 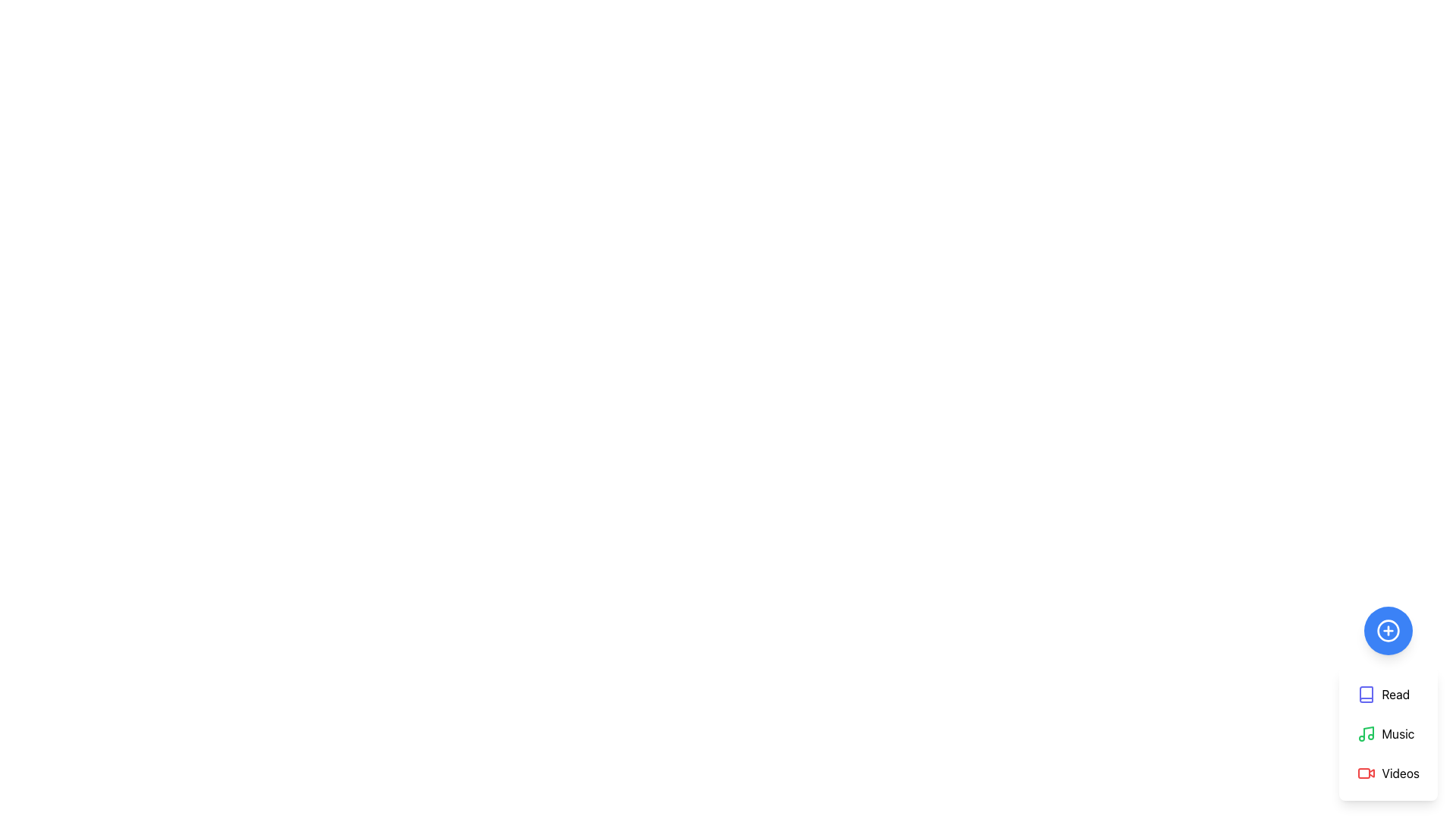 What do you see at coordinates (1367, 733) in the screenshot?
I see `the green music icon, which is located to the left of the text 'Music' in the menu, positioned between 'Read' and 'Videos'` at bounding box center [1367, 733].